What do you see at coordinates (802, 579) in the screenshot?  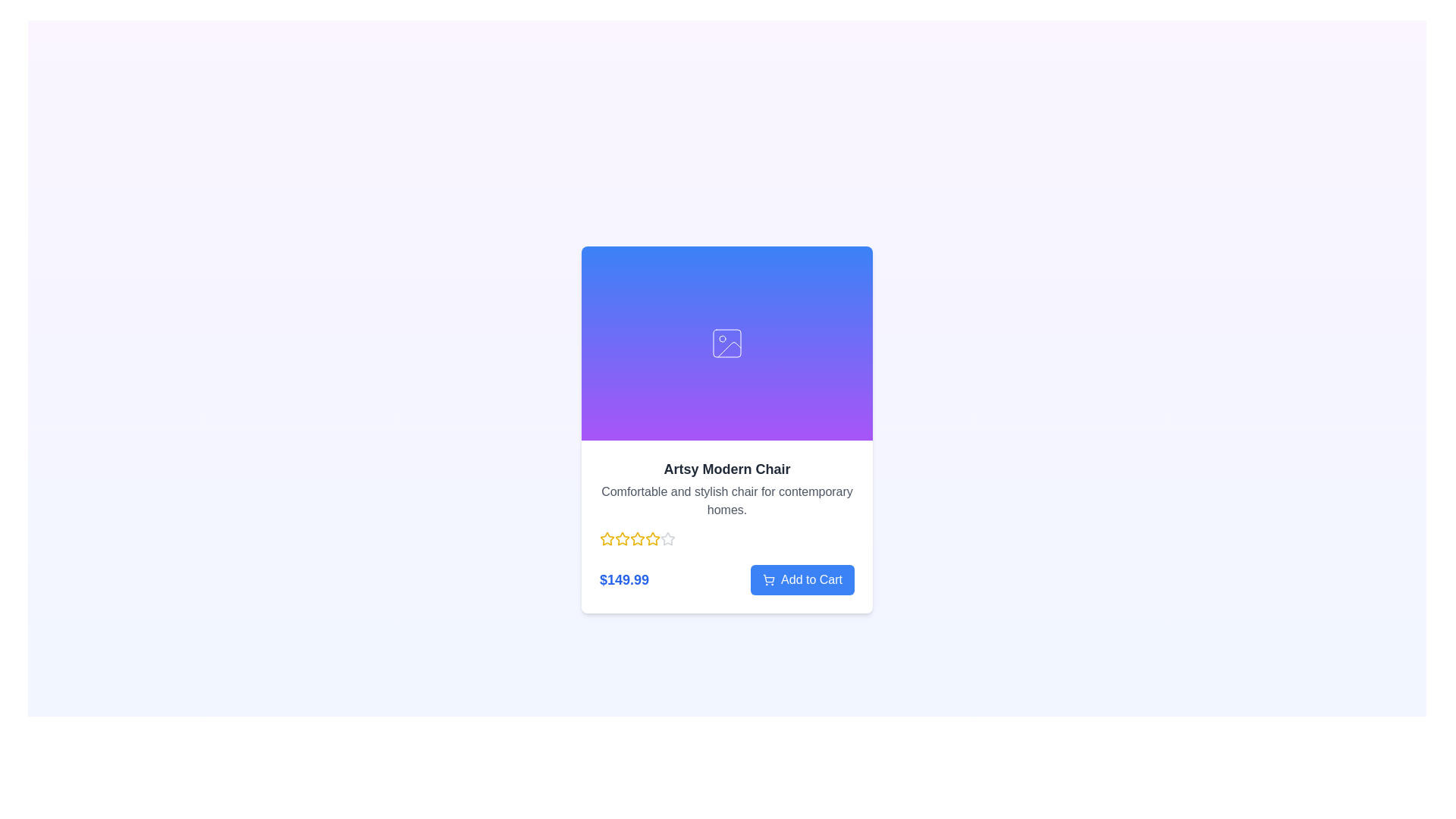 I see `the 'Add to Cart' button, which has a blue background and white text` at bounding box center [802, 579].